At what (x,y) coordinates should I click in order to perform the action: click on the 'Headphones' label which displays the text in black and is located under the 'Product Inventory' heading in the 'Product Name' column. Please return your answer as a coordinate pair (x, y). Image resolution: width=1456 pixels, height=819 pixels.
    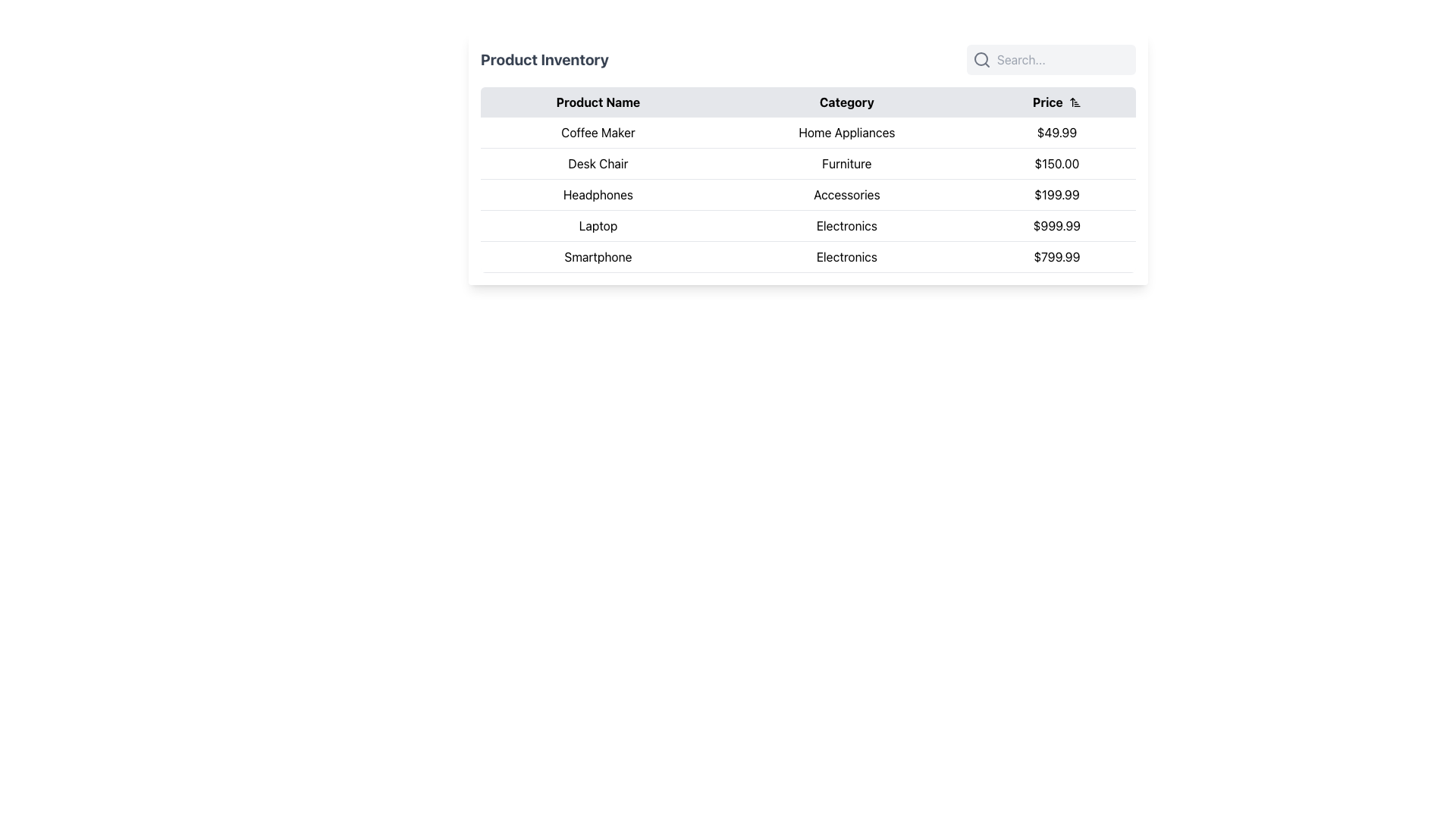
    Looking at the image, I should click on (597, 194).